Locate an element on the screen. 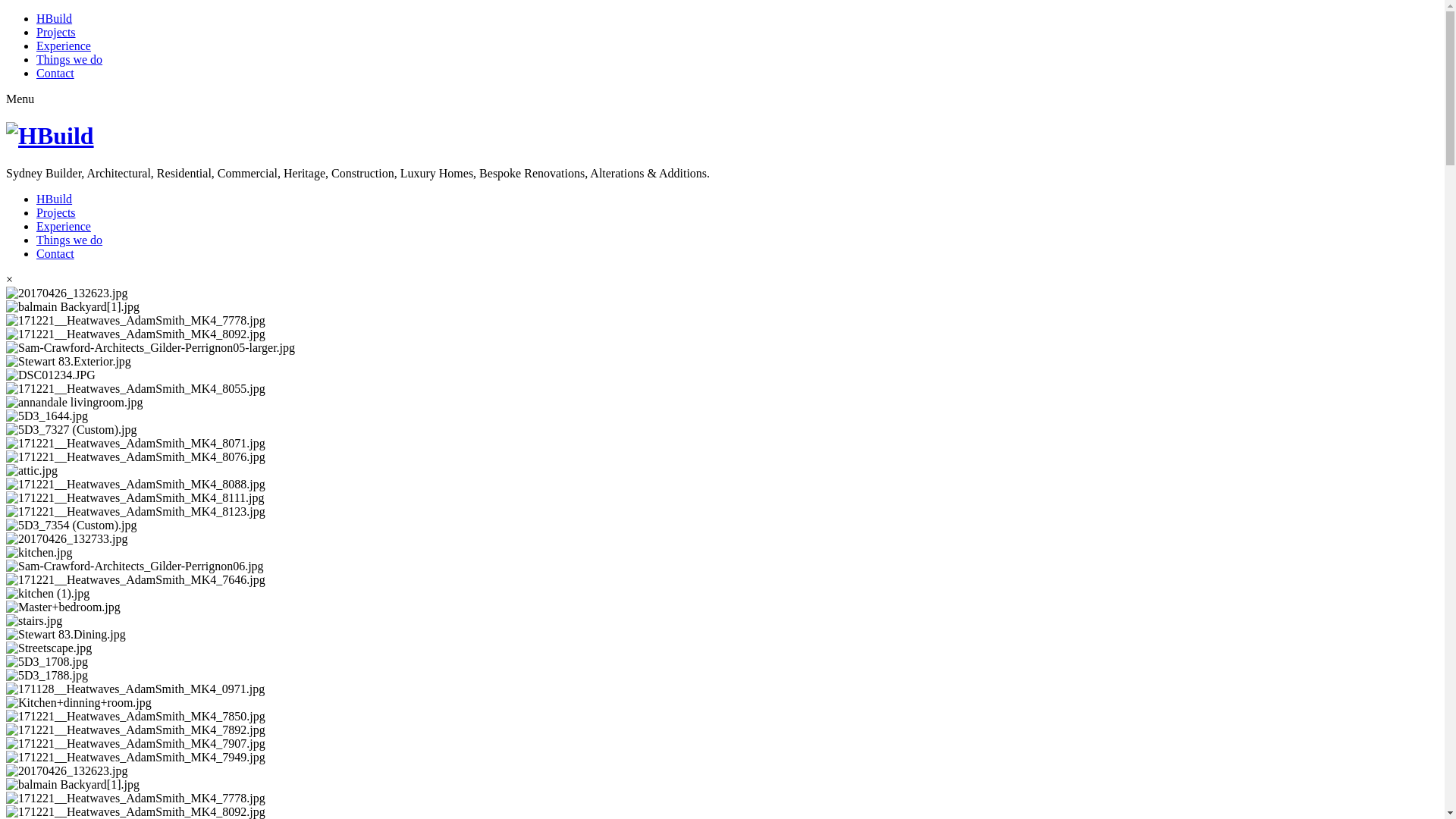 The width and height of the screenshot is (1456, 819). 'Projects' is located at coordinates (36, 32).